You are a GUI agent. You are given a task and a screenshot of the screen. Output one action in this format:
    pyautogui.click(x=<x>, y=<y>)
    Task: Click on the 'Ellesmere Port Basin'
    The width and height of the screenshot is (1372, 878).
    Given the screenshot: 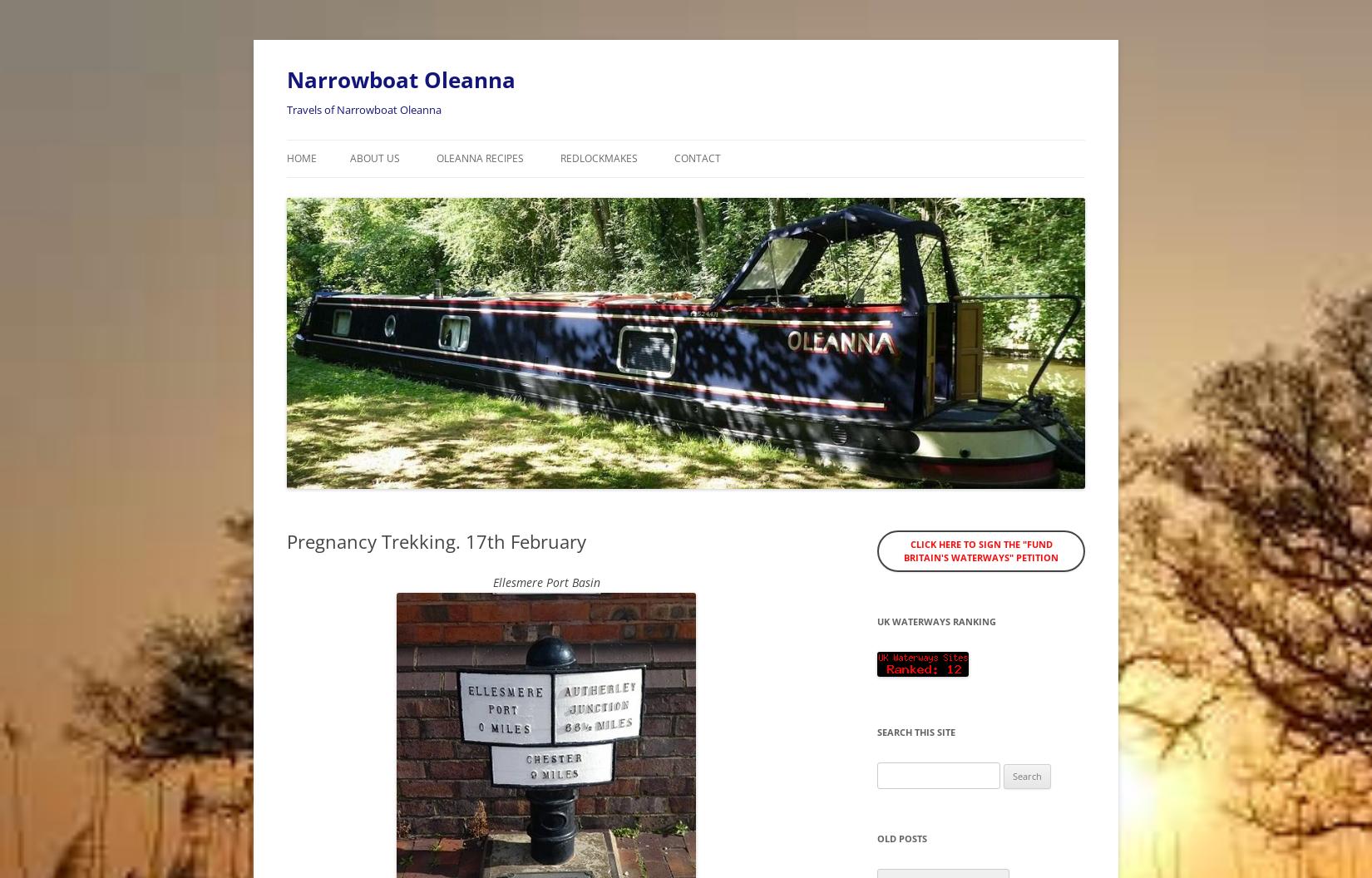 What is the action you would take?
    pyautogui.click(x=545, y=581)
    